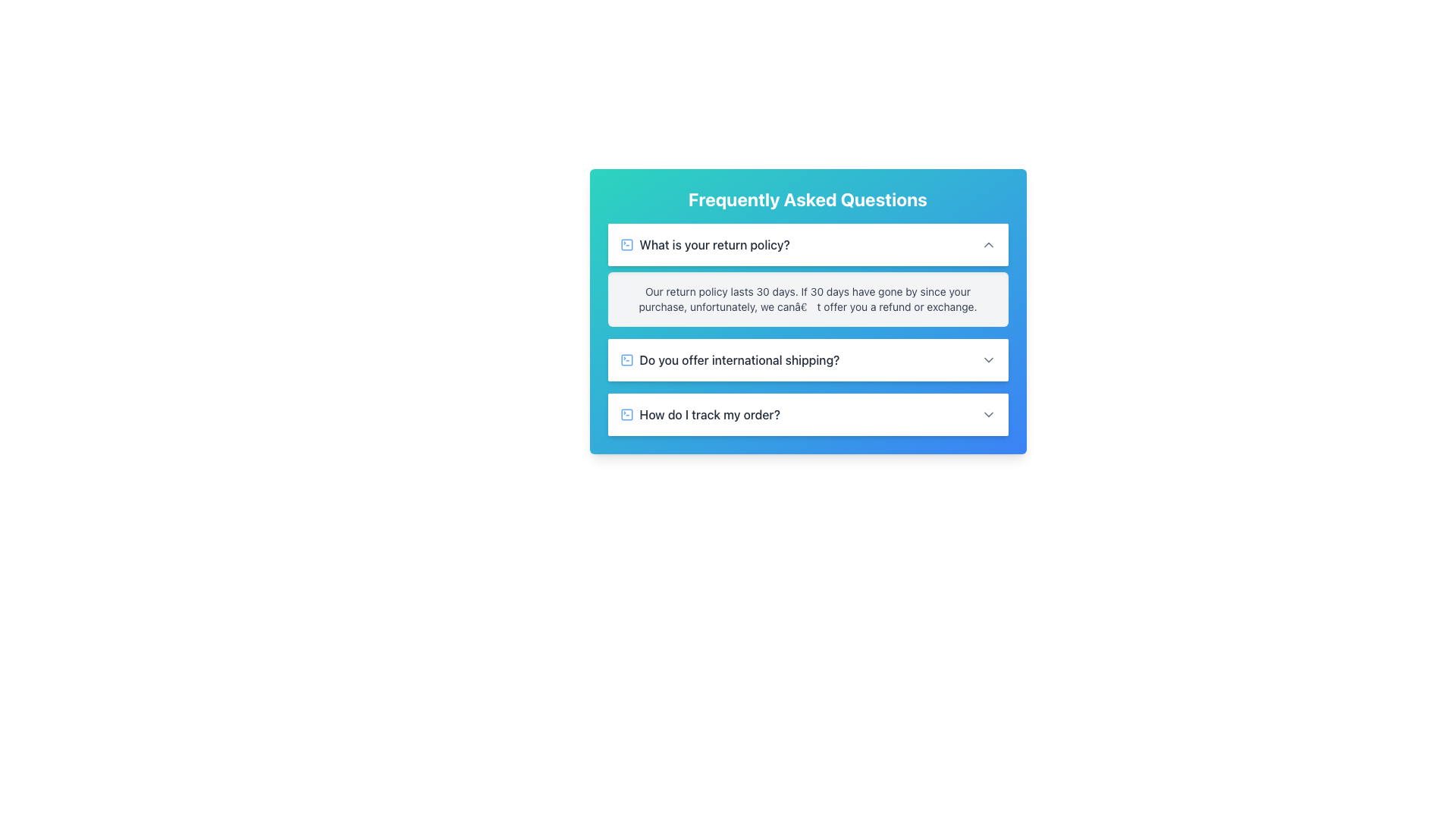 Image resolution: width=1456 pixels, height=819 pixels. What do you see at coordinates (807, 299) in the screenshot?
I see `the descriptive text block providing information about the return policy, located directly below the heading 'What is your return policy?' in the FAQ section` at bounding box center [807, 299].